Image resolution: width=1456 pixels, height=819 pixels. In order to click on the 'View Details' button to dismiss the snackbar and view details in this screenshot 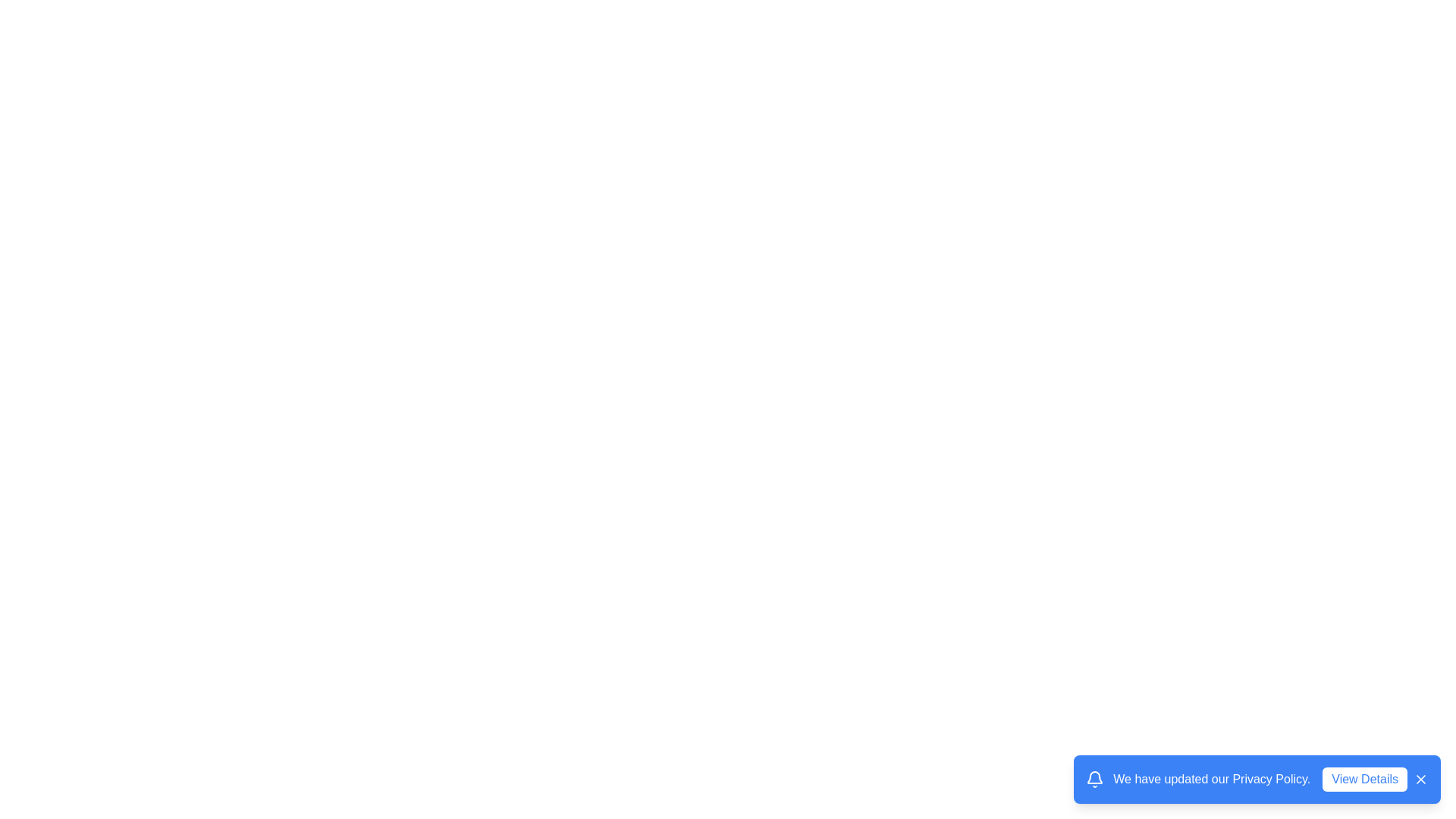, I will do `click(1365, 780)`.